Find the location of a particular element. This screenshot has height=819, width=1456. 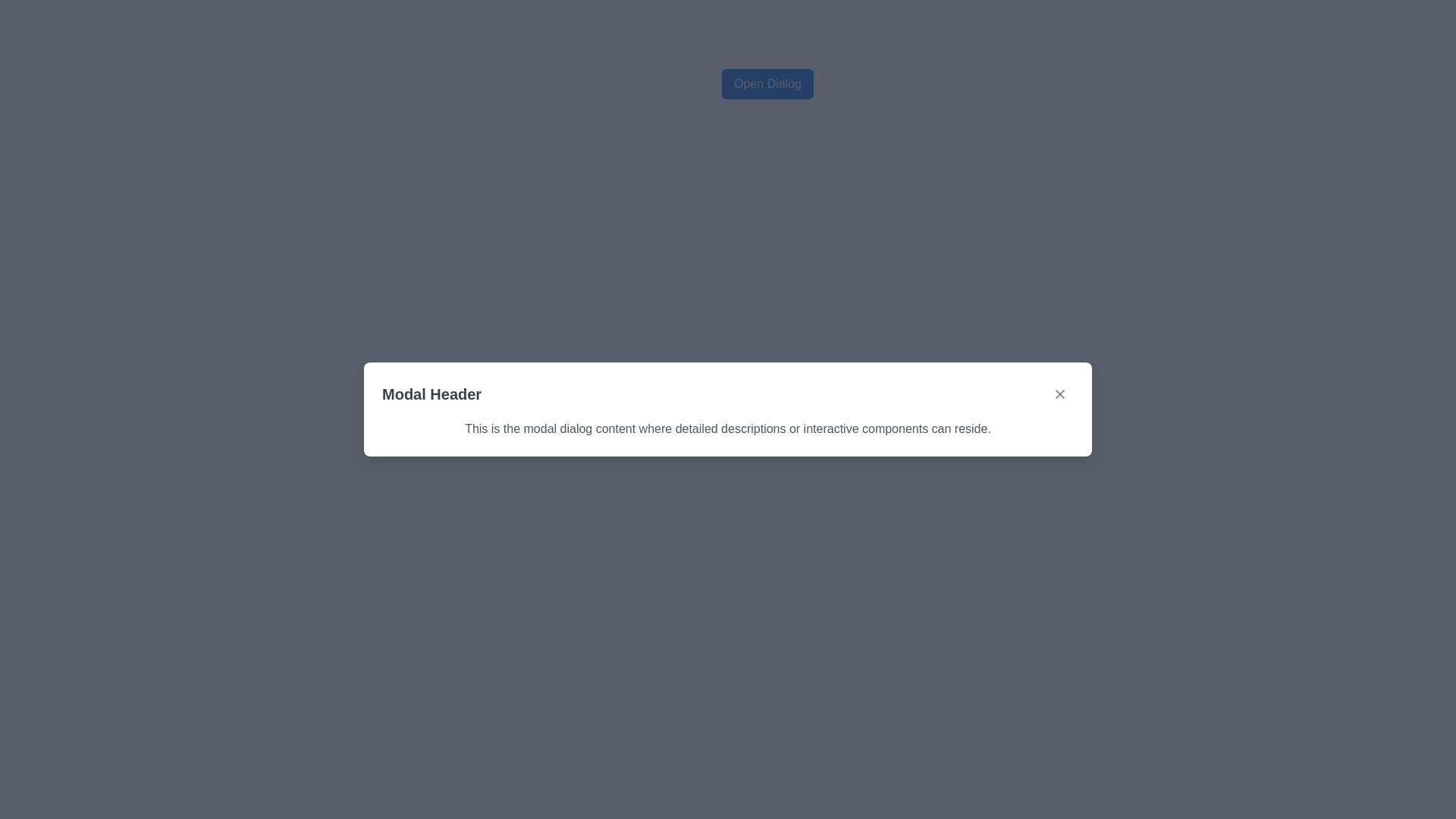

the small 'X' icon in the top-right corner of the modal header to trigger a visual change is located at coordinates (1059, 394).